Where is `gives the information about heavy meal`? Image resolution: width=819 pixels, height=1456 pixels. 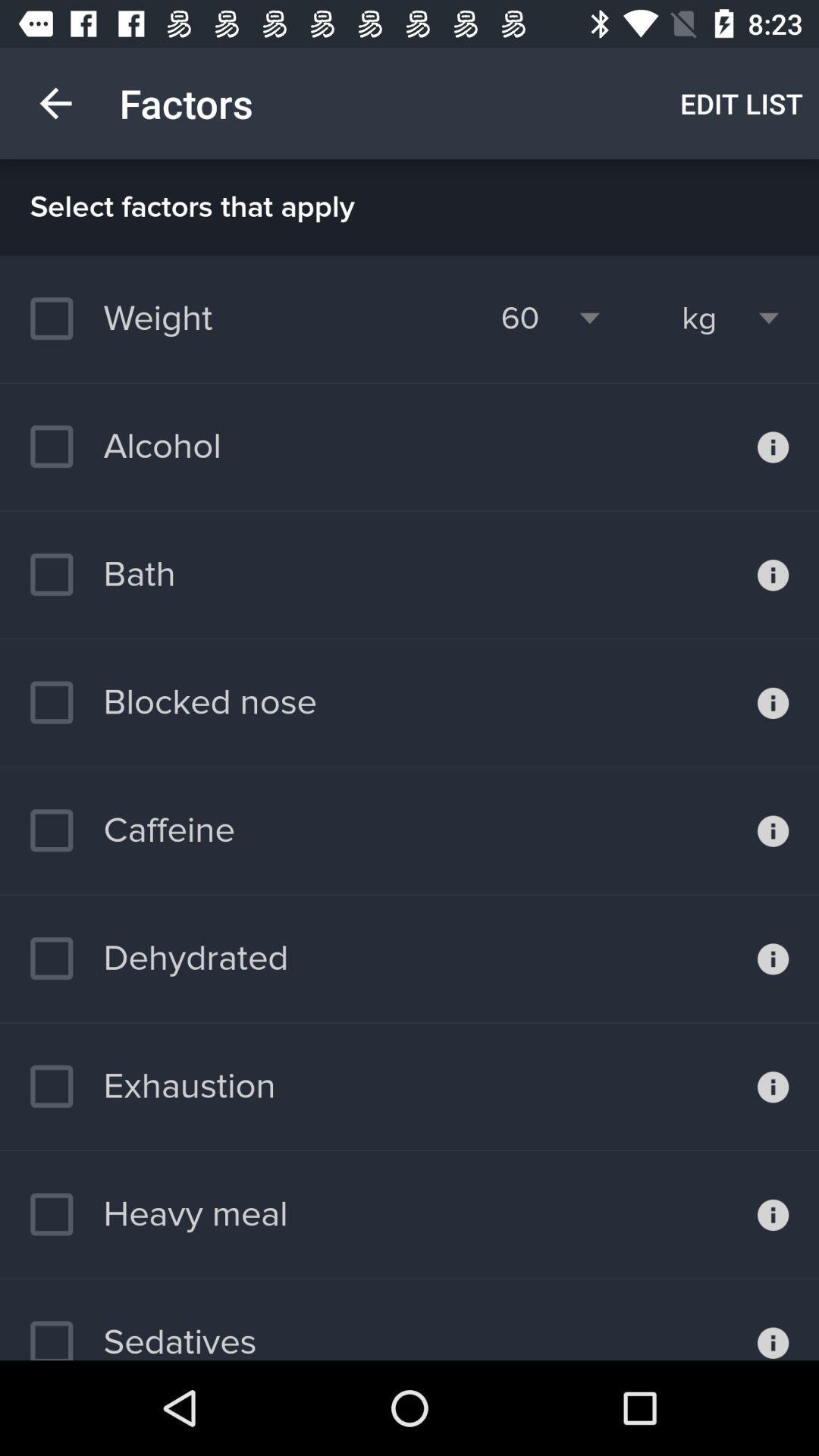 gives the information about heavy meal is located at coordinates (773, 1215).